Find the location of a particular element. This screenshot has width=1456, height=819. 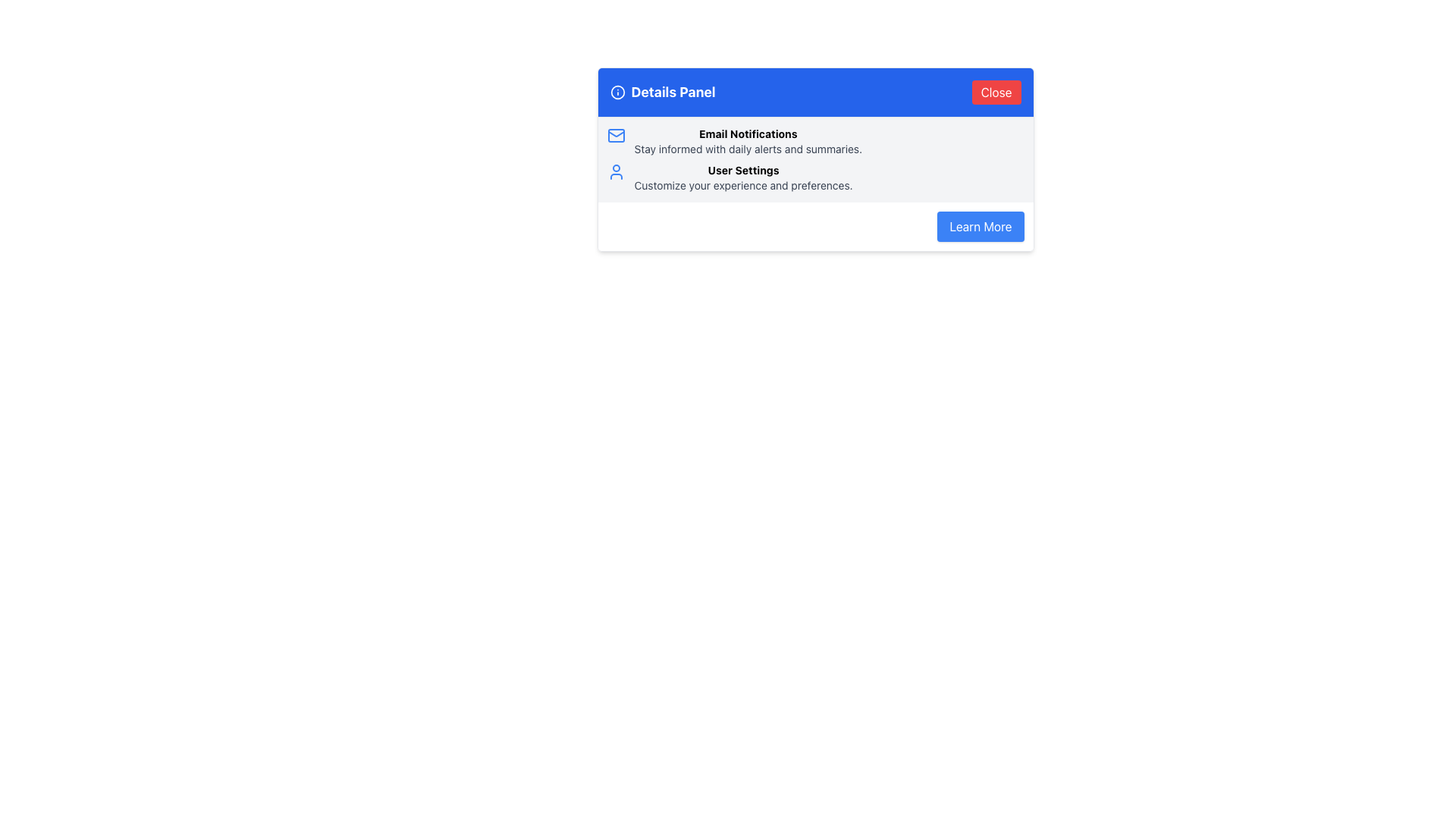

the white rounded rectangle icon located at the top-left region of the email icon in the 'Email Notifications' section is located at coordinates (616, 134).